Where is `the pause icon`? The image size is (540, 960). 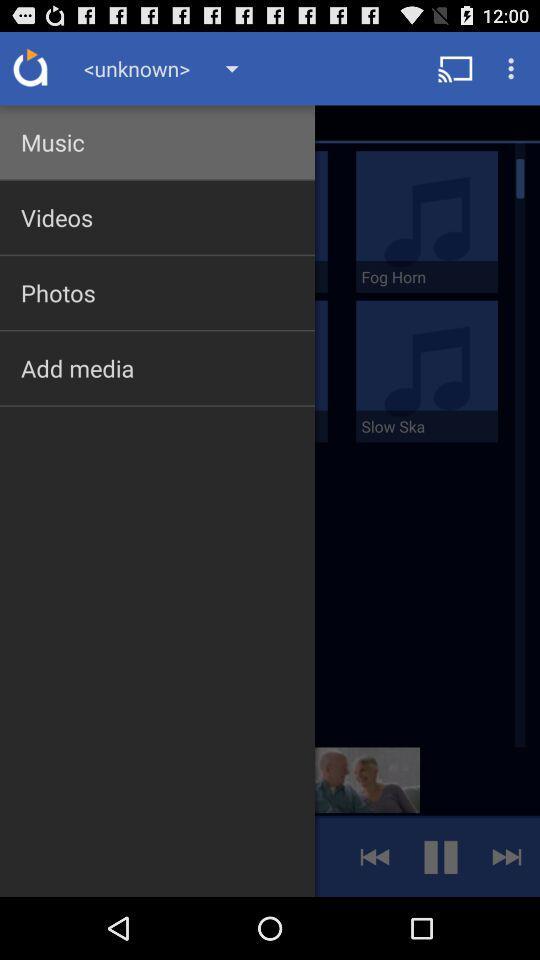 the pause icon is located at coordinates (441, 917).